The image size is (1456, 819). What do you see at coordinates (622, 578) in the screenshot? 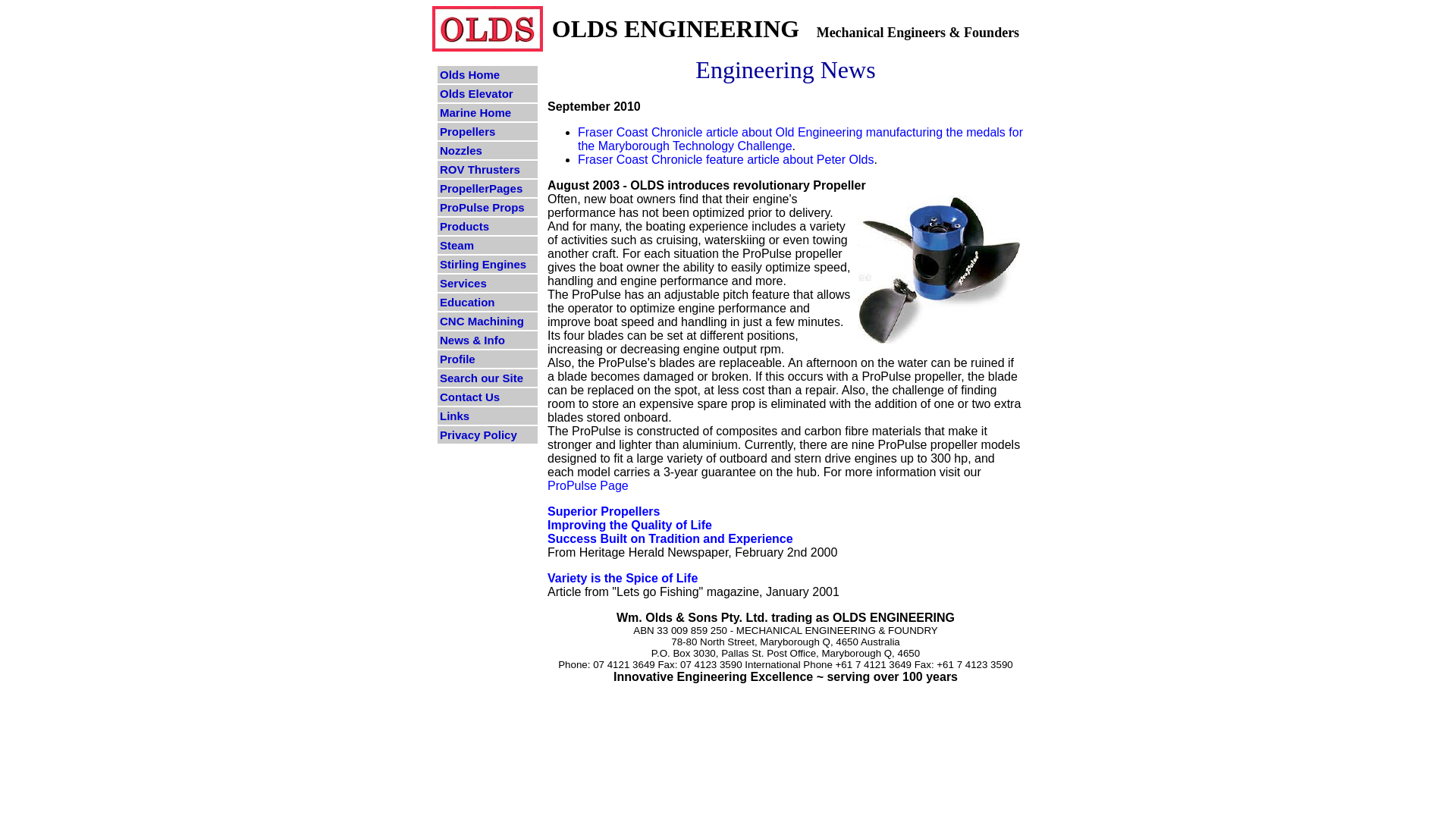
I see `'Variety is the Spice of Life'` at bounding box center [622, 578].